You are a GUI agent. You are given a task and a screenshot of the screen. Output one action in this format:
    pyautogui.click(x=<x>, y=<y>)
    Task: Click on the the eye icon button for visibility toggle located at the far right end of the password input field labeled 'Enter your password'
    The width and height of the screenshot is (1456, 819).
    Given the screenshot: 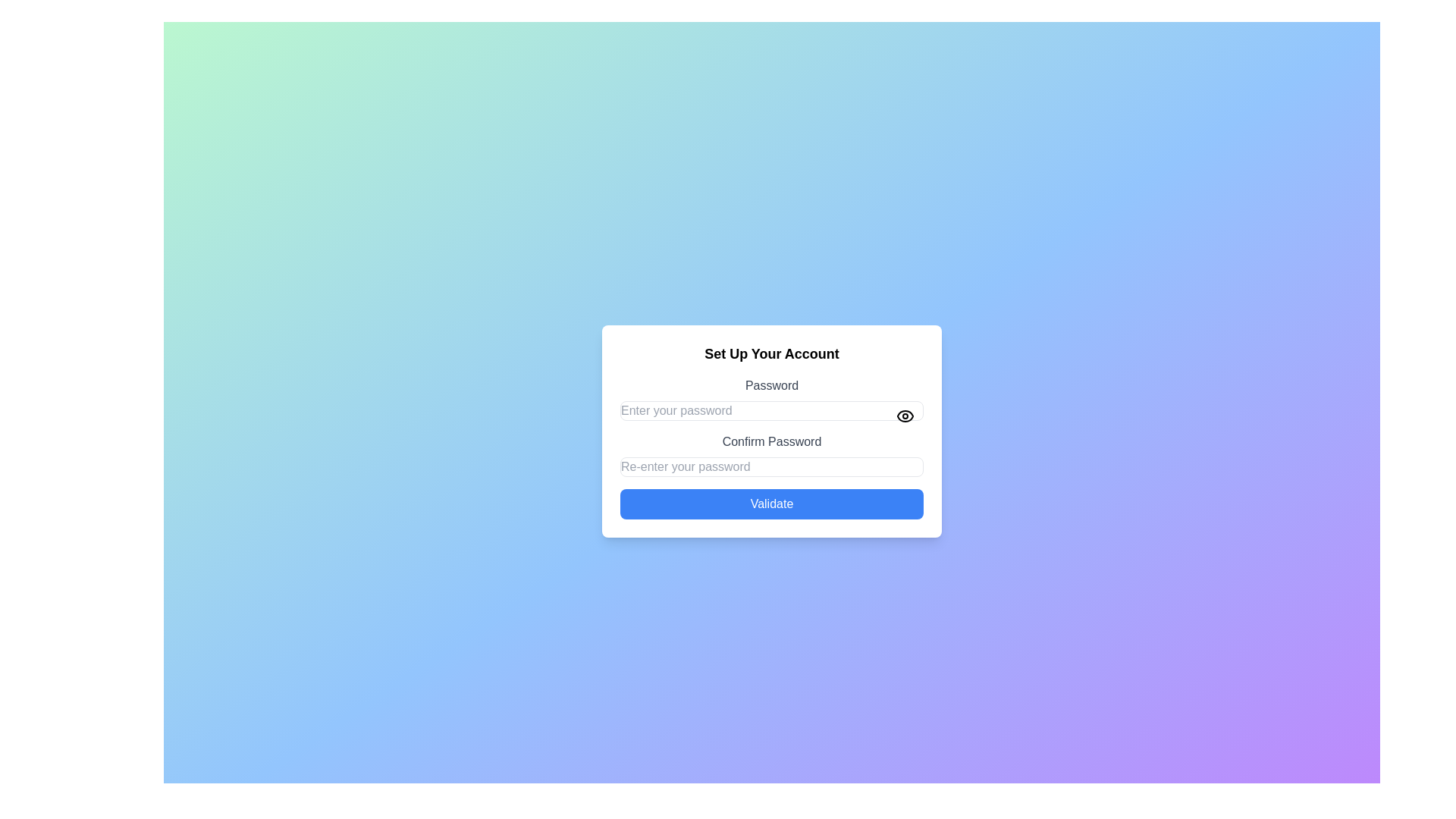 What is the action you would take?
    pyautogui.click(x=905, y=416)
    